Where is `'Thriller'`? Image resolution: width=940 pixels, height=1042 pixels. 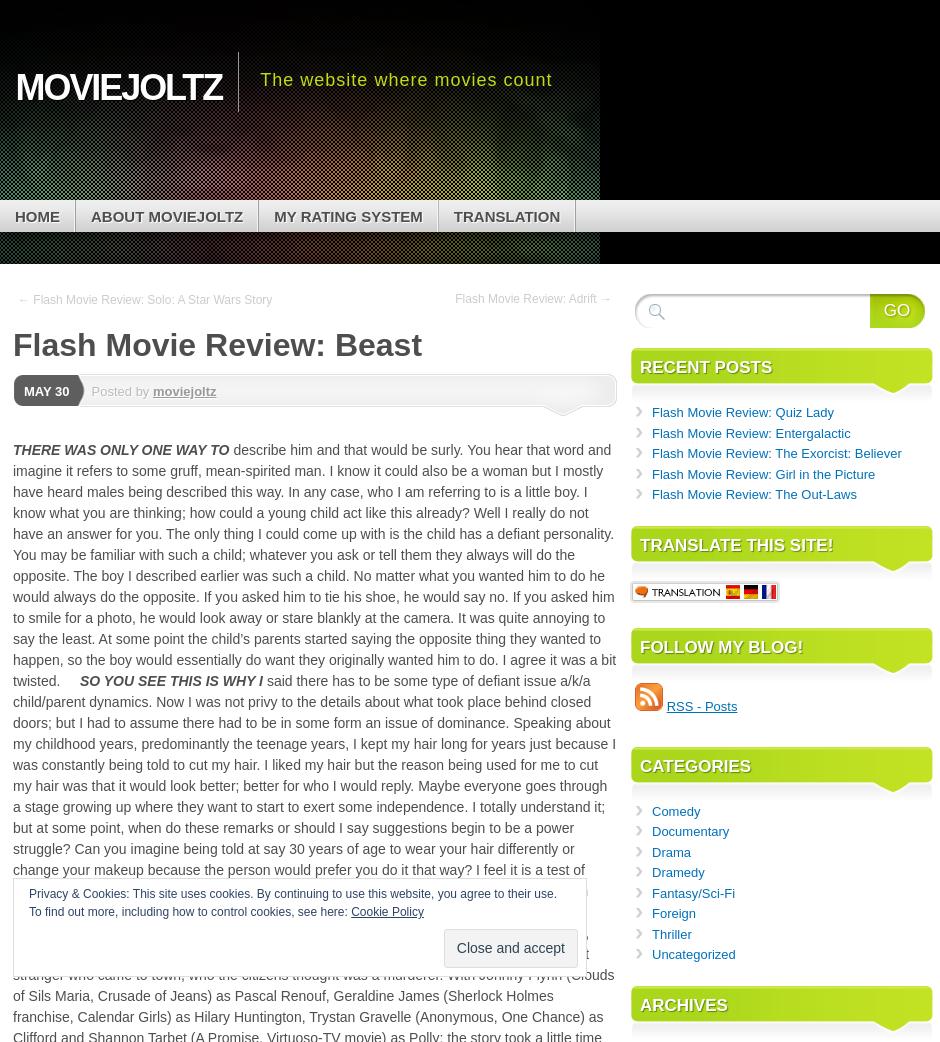
'Thriller' is located at coordinates (670, 932).